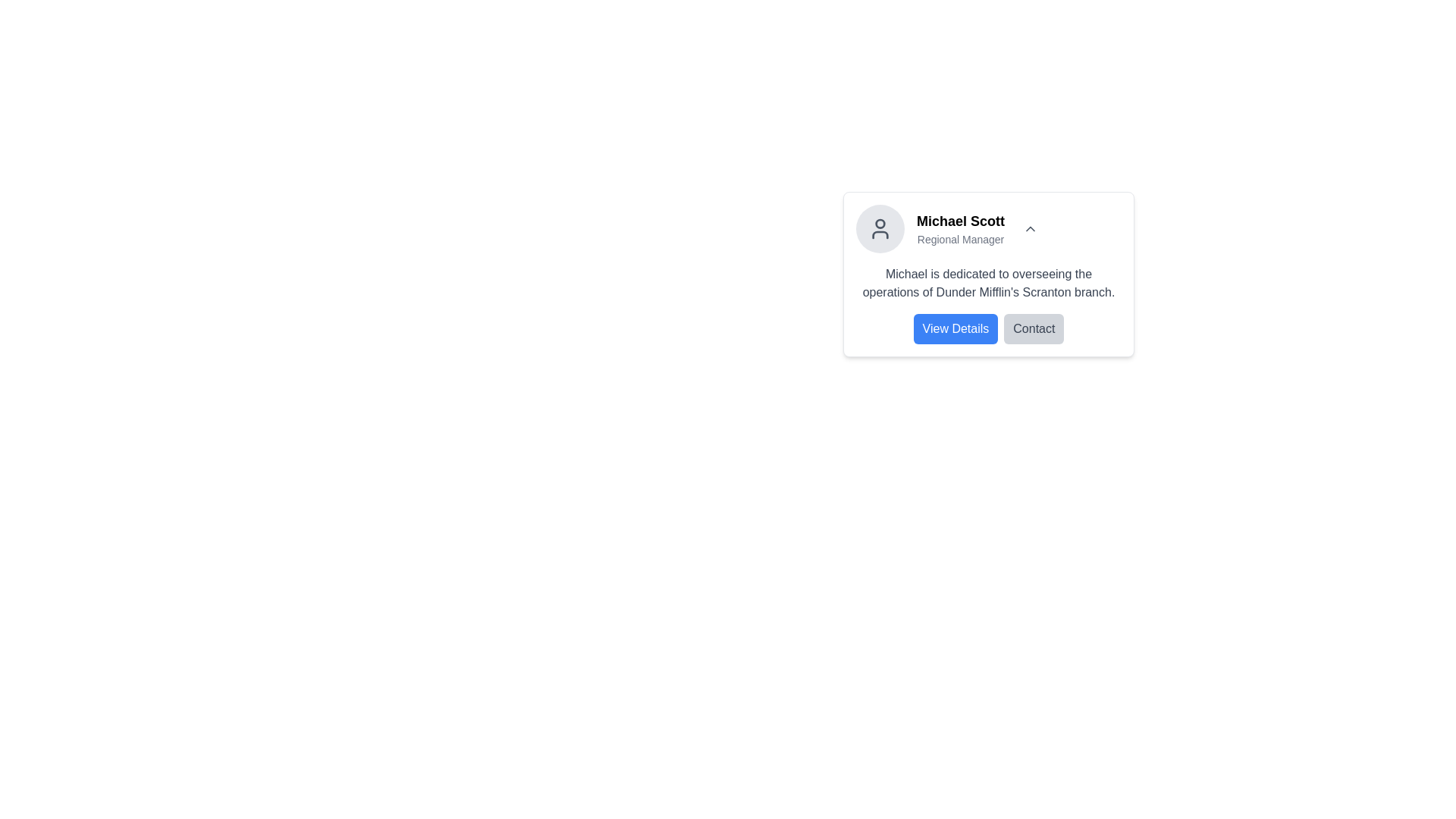 This screenshot has width=1456, height=819. Describe the element at coordinates (960, 239) in the screenshot. I see `subtitle or descriptor text located directly below the text 'Michael Scott' in the UI, which provides additional context about the individual's role or title` at that location.